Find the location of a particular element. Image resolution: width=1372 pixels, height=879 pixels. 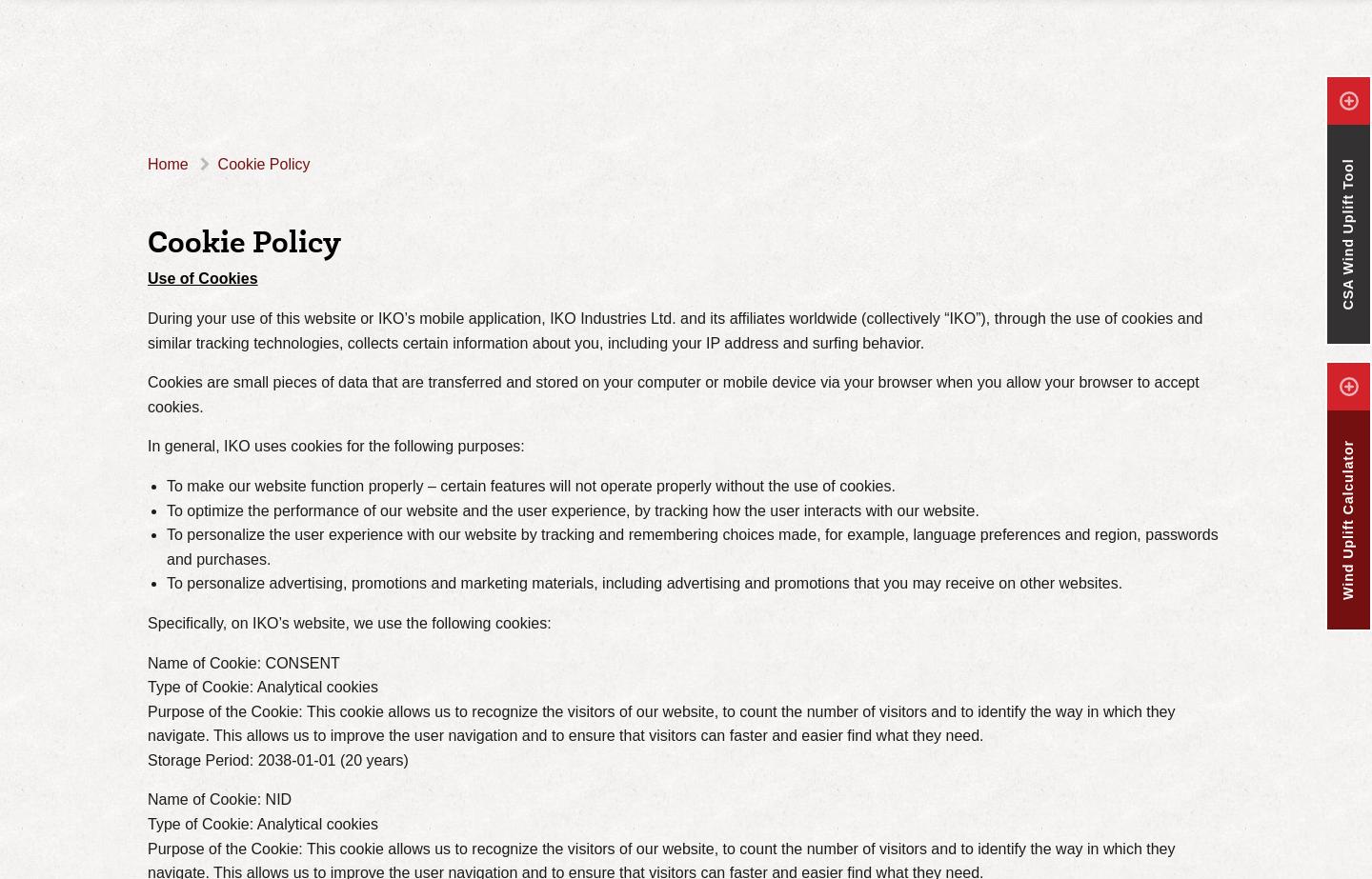

'AquaBarrier™ TG Torch Grade' is located at coordinates (313, 88).